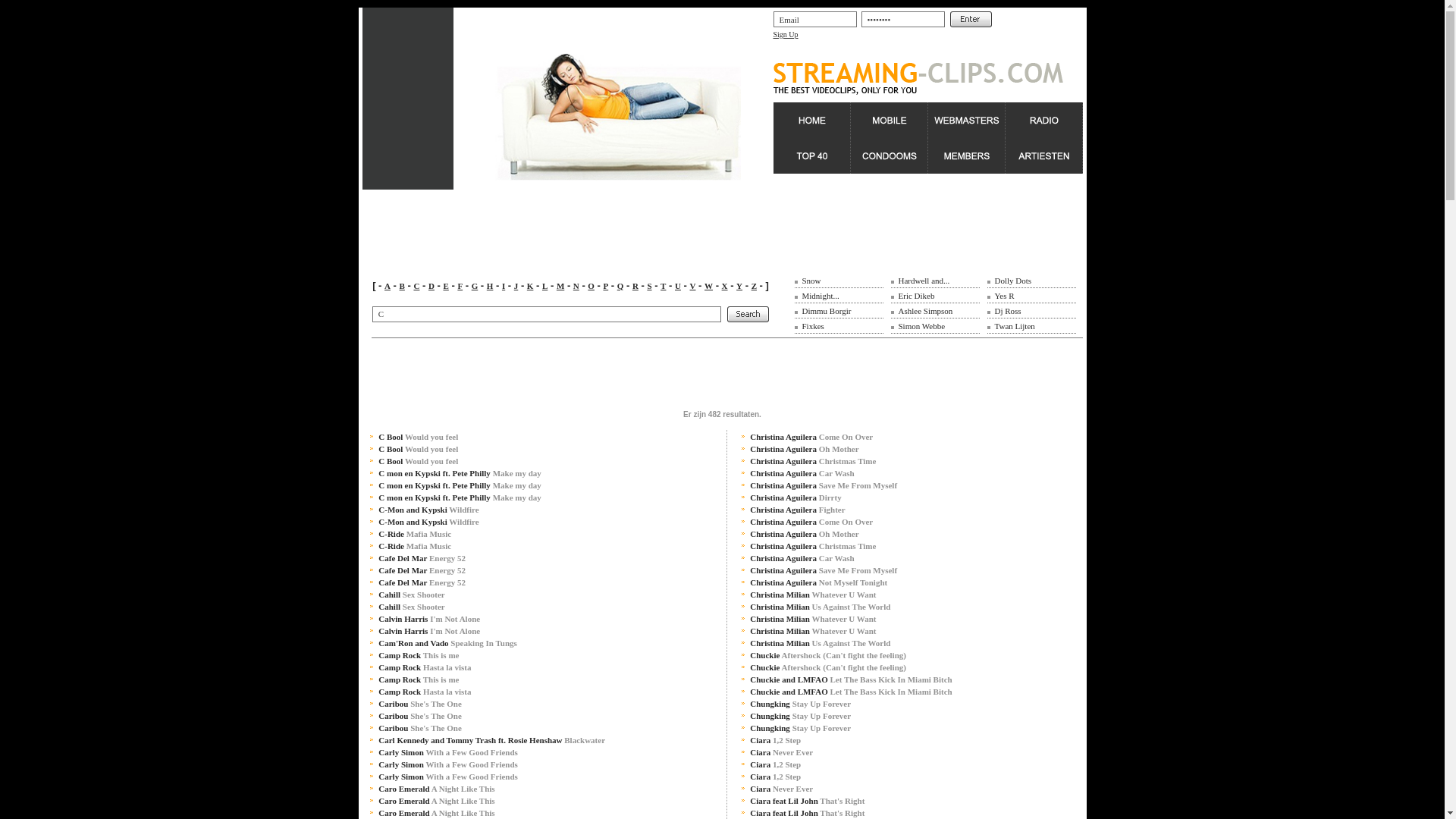  What do you see at coordinates (994, 325) in the screenshot?
I see `'Twan Lijten'` at bounding box center [994, 325].